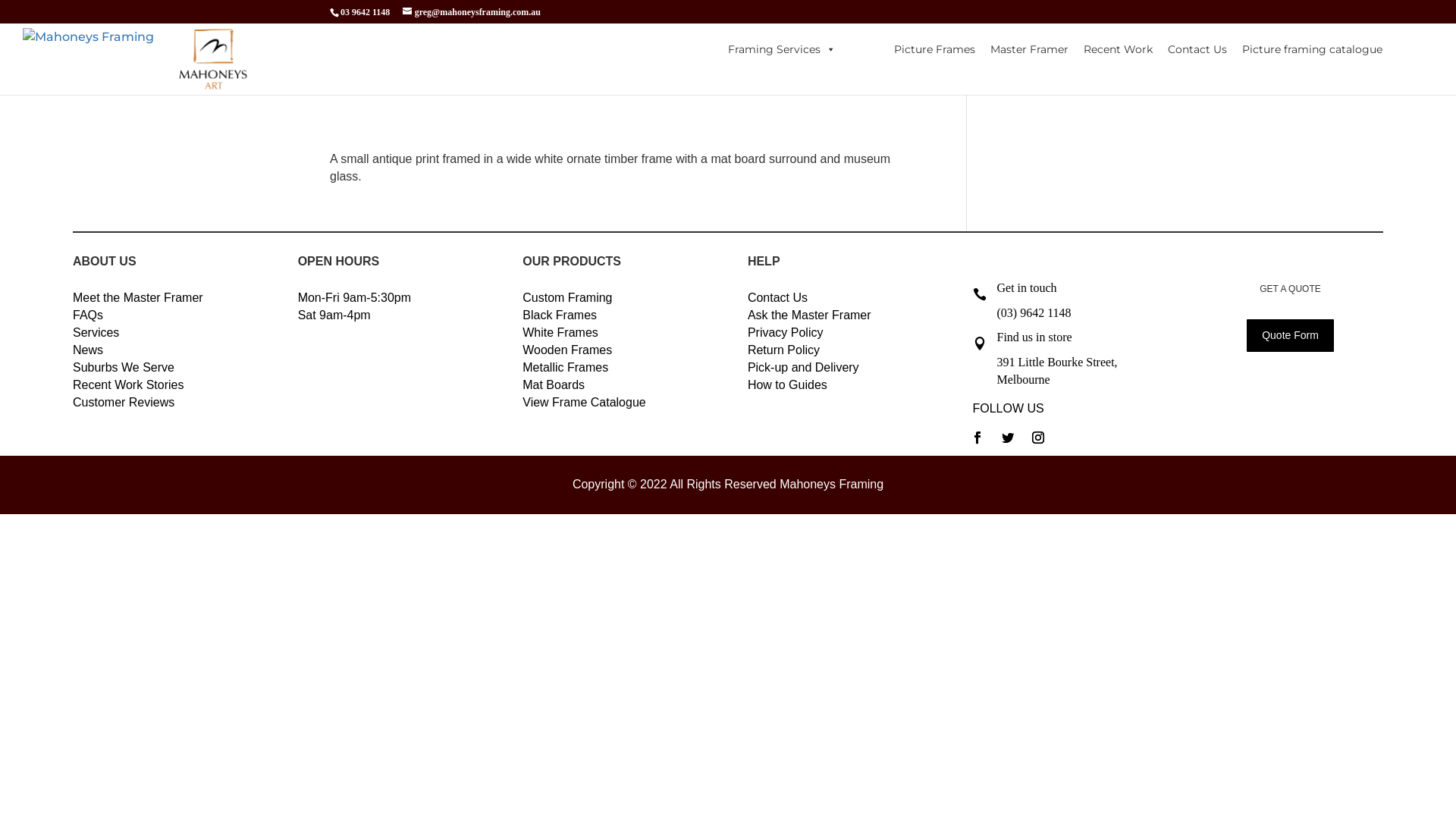  Describe the element at coordinates (1037, 438) in the screenshot. I see `'Follow on Instagram'` at that location.